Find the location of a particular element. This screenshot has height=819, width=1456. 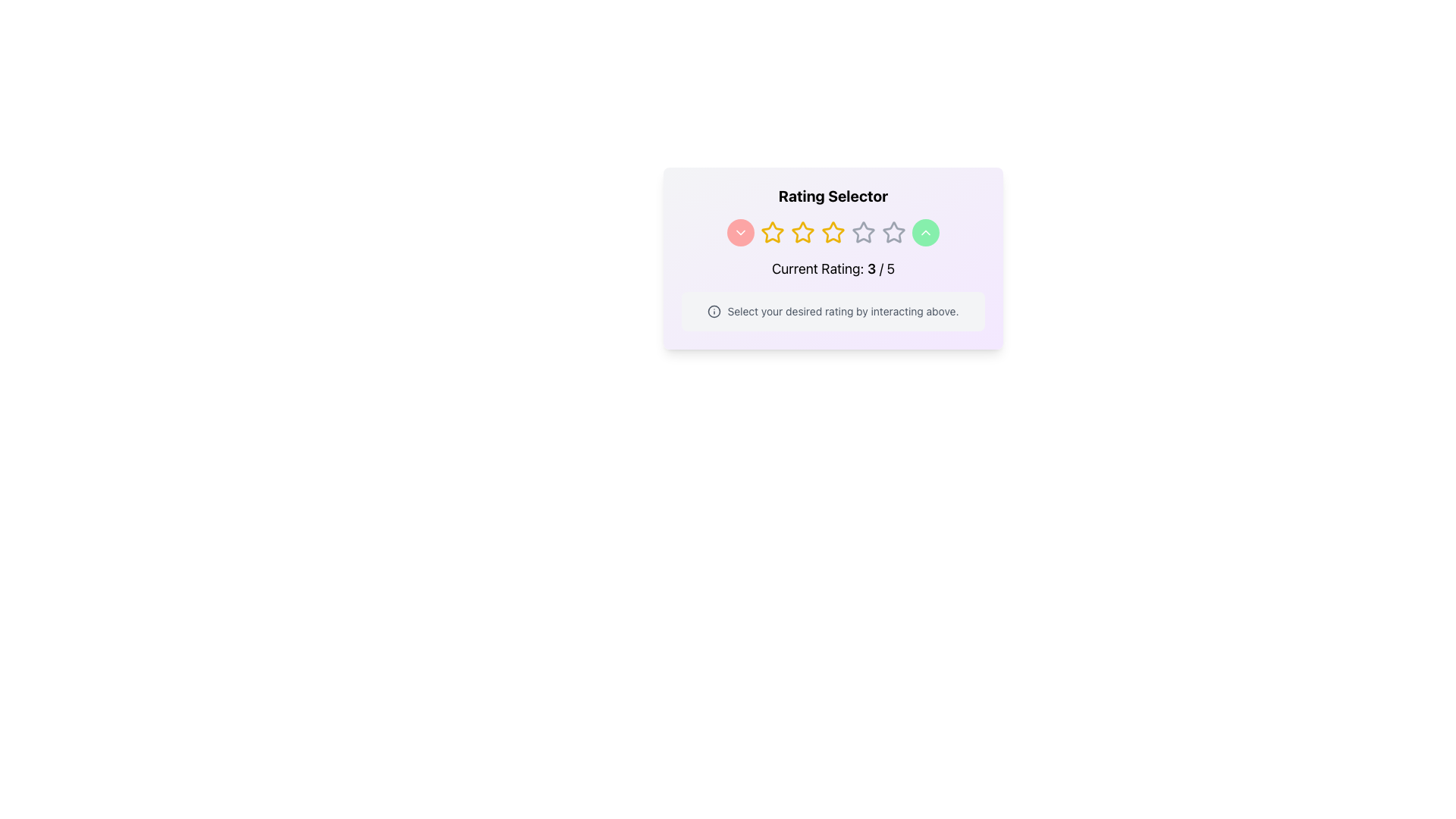

the chevron icon located within the red circular button in the top-left region of the interface, which is positioned to the left of the star icons used for rating is located at coordinates (741, 233).